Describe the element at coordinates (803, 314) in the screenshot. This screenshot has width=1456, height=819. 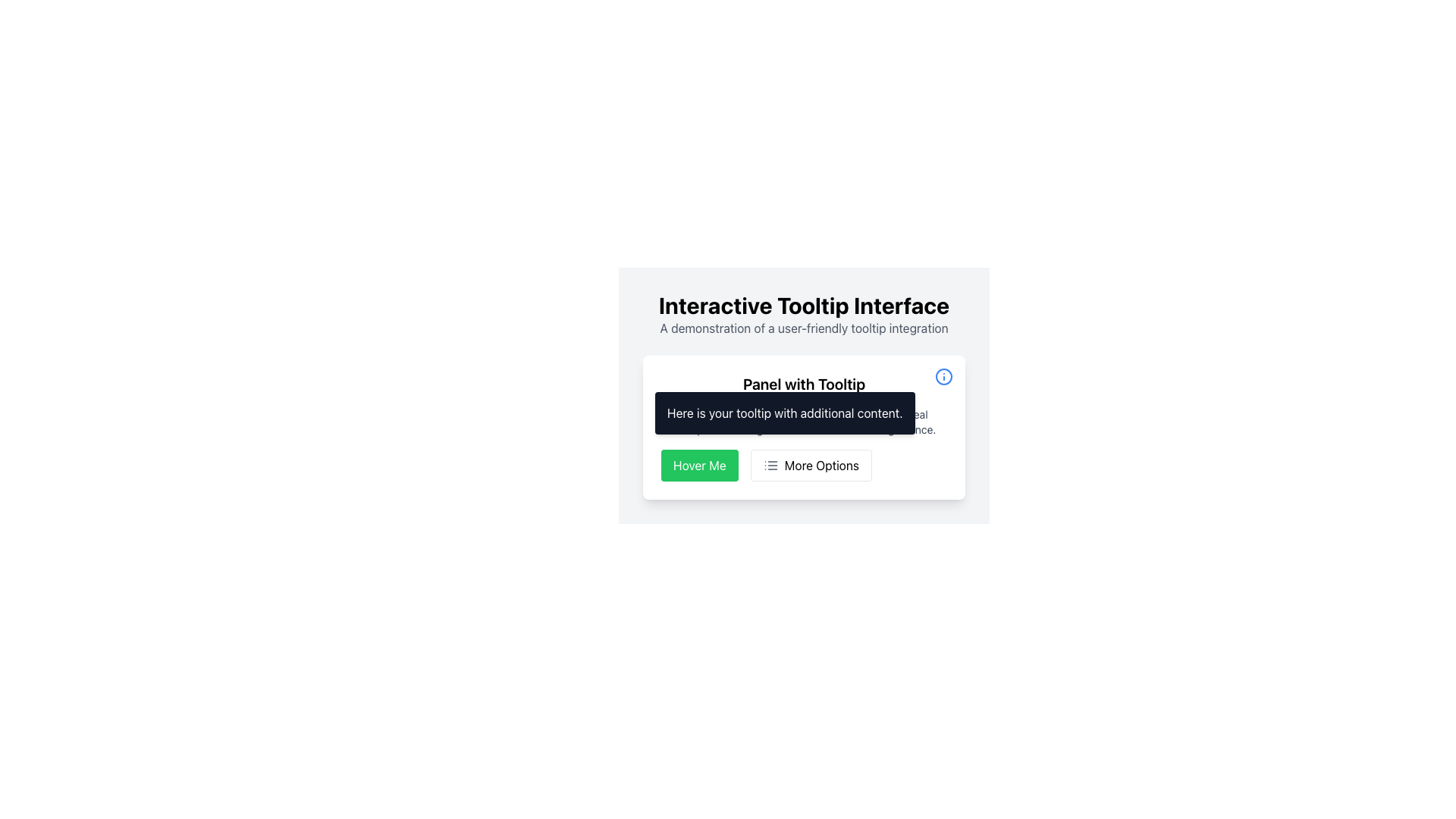
I see `text from the Text Block containing the header 'Interactive Tooltip Interface' and the subheading 'A demonstration of a user-friendly tooltip integration'` at that location.